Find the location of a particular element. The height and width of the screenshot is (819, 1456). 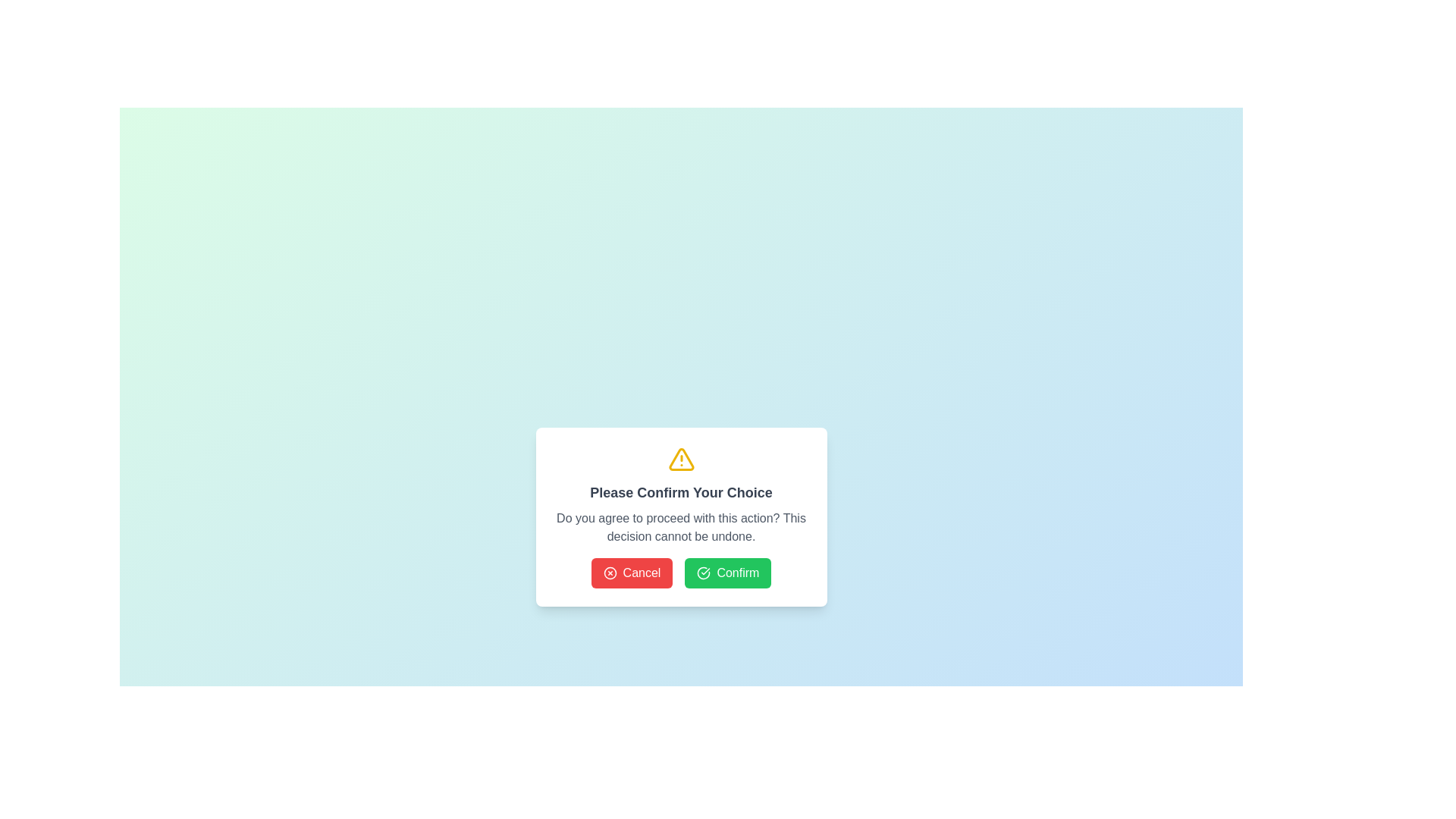

the triangular warning icon, which is yellow with a black outline and located at the top center of the modal dialog titled 'Please Confirm Your Choice' is located at coordinates (680, 458).